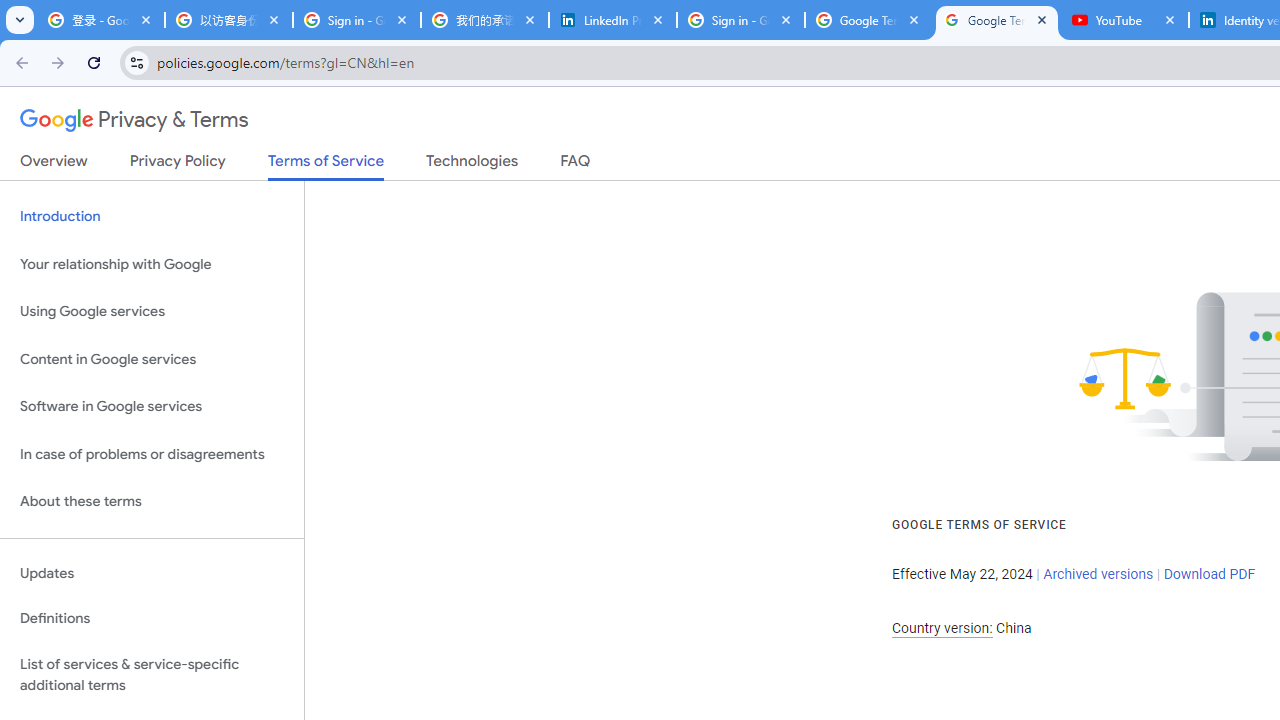  I want to click on 'Archived versions', so click(1097, 574).